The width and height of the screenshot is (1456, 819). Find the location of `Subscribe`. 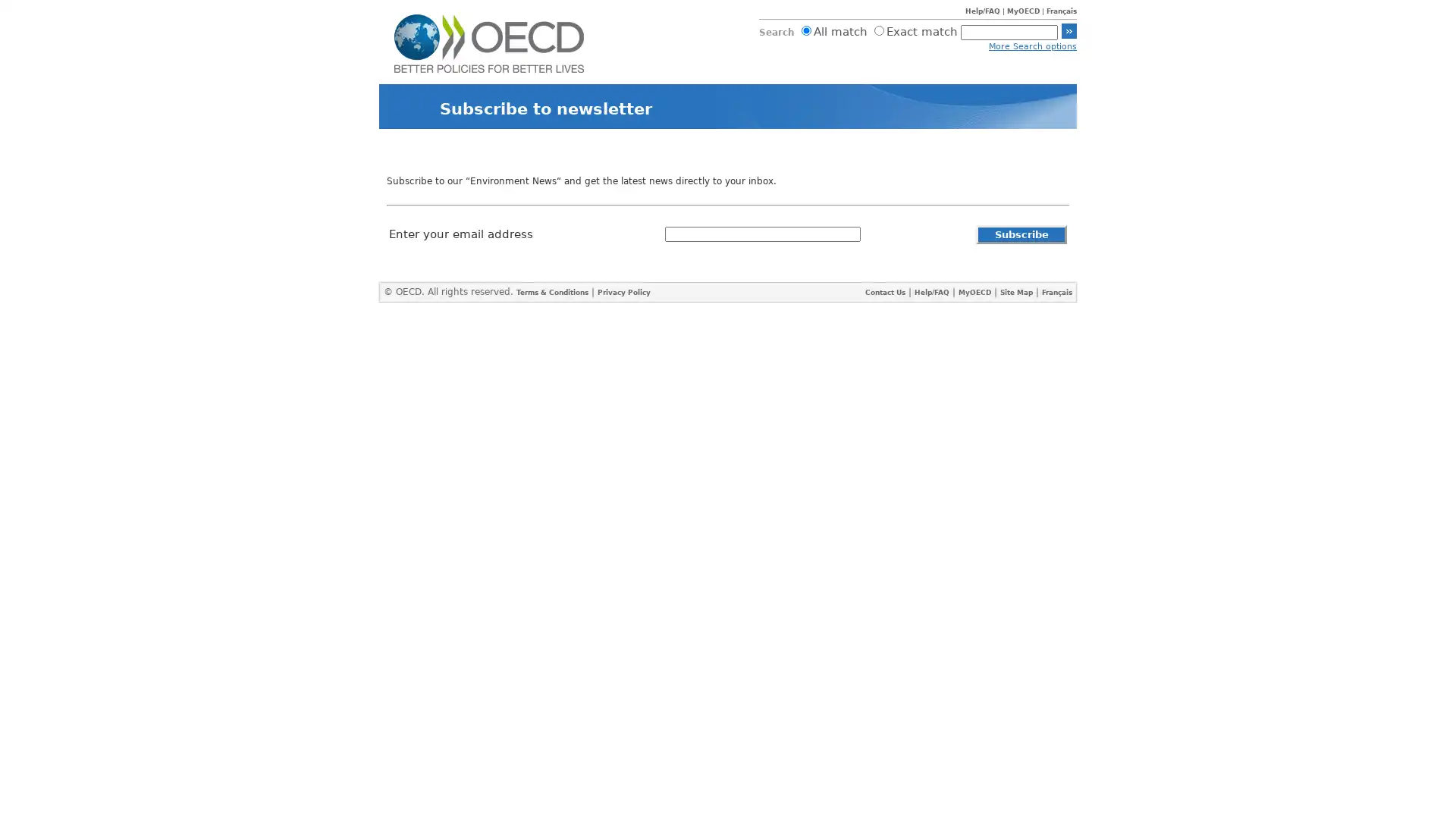

Subscribe is located at coordinates (1021, 234).